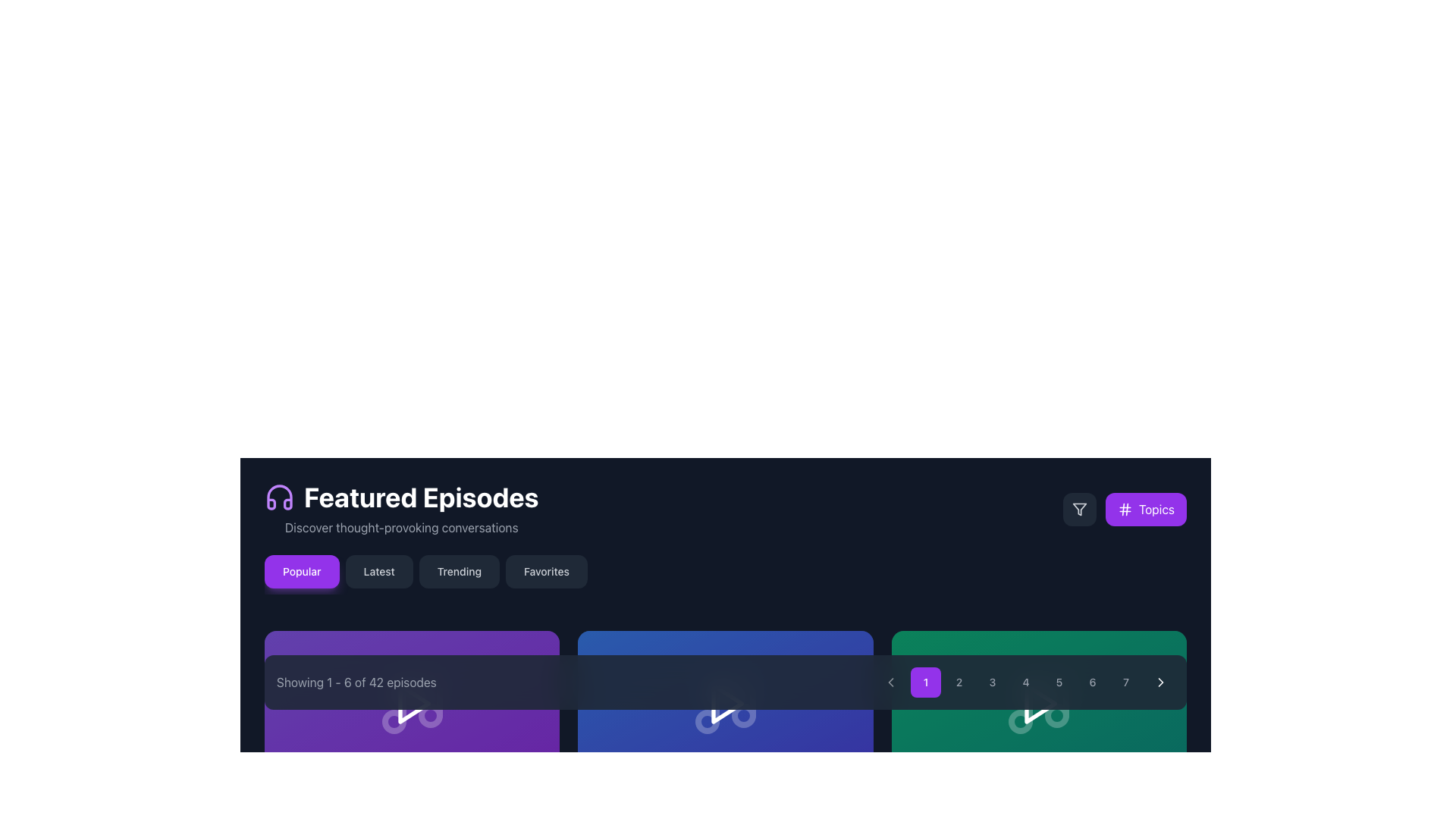  What do you see at coordinates (959, 681) in the screenshot?
I see `the circular button displaying the number '2'` at bounding box center [959, 681].